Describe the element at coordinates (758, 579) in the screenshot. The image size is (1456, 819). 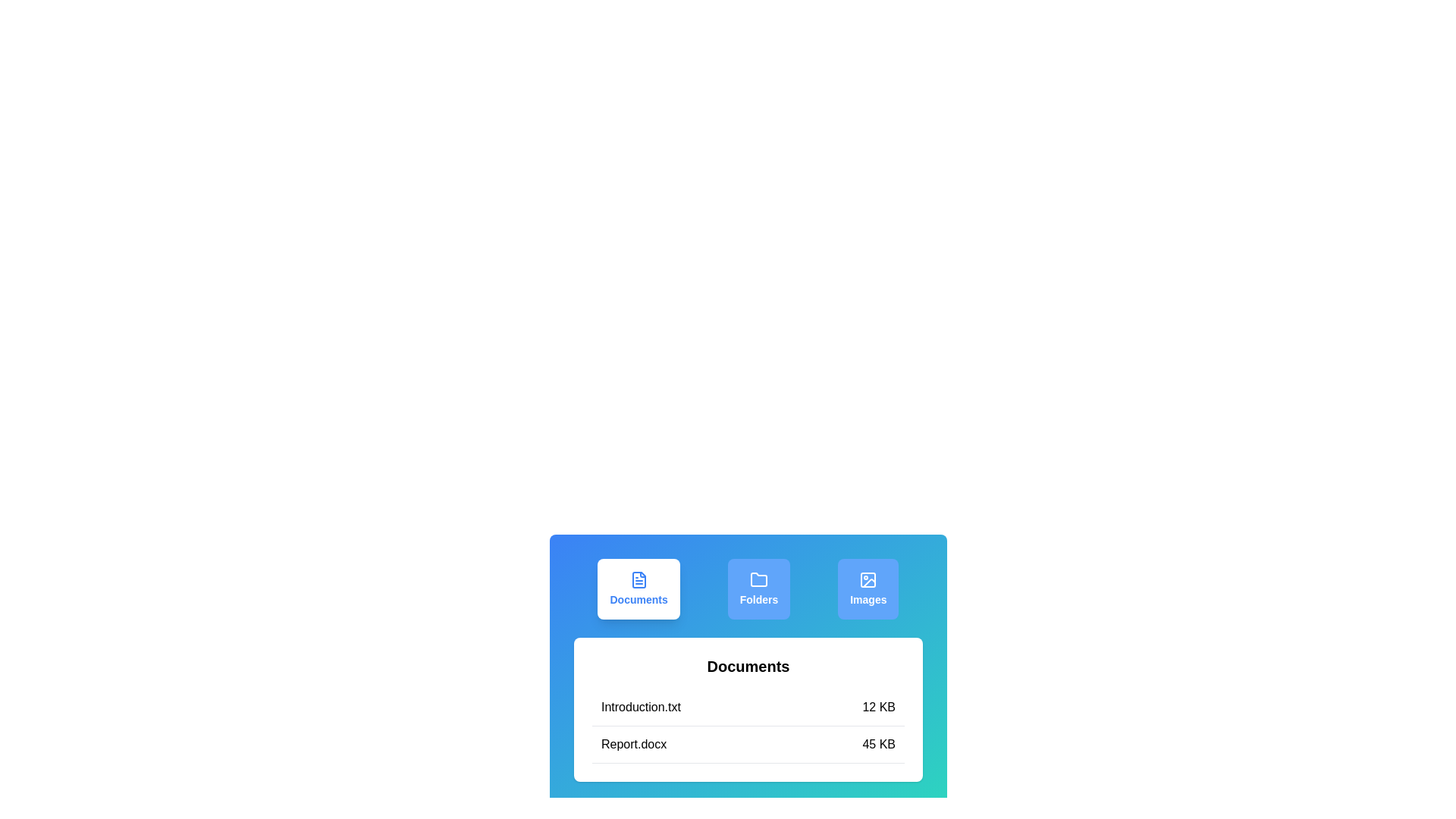
I see `the folder icon within the 'Folders' button` at that location.